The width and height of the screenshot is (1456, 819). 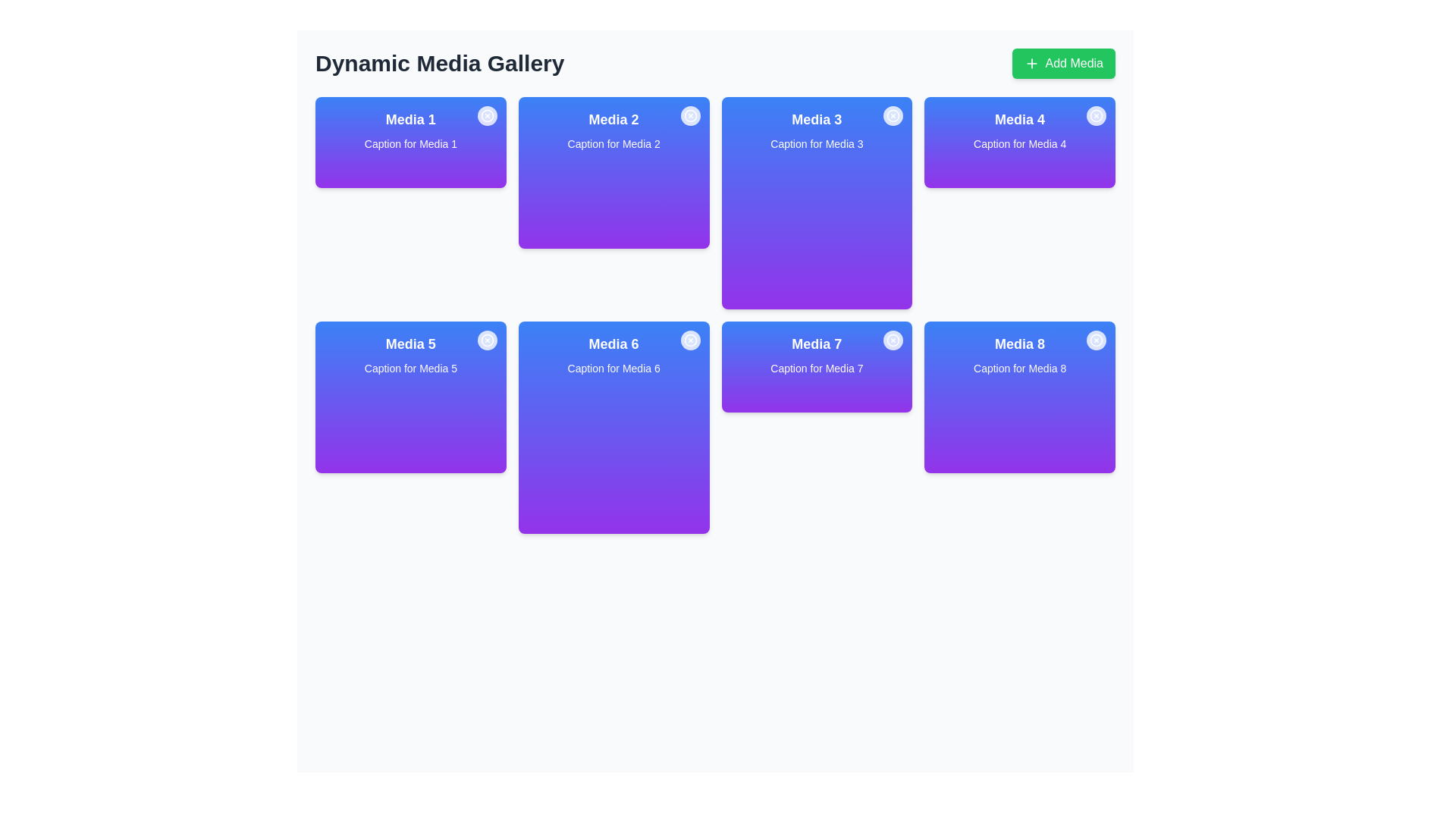 I want to click on text from the label displaying 'Caption for Media 8', which is white against a gradient blue to purple background, located in the media gallery grid layout, so click(x=1020, y=369).